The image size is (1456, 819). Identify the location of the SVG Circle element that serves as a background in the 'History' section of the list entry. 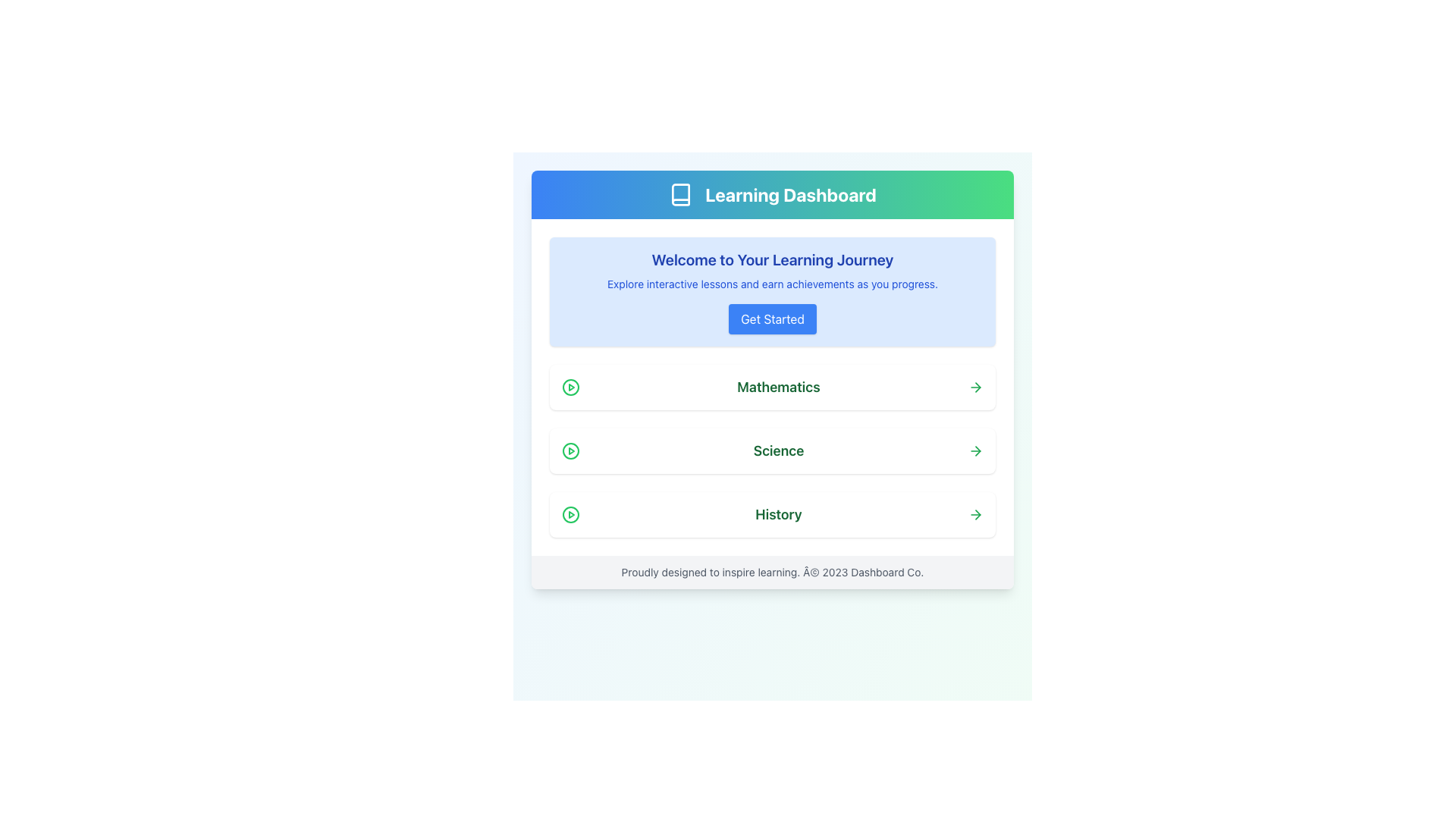
(570, 513).